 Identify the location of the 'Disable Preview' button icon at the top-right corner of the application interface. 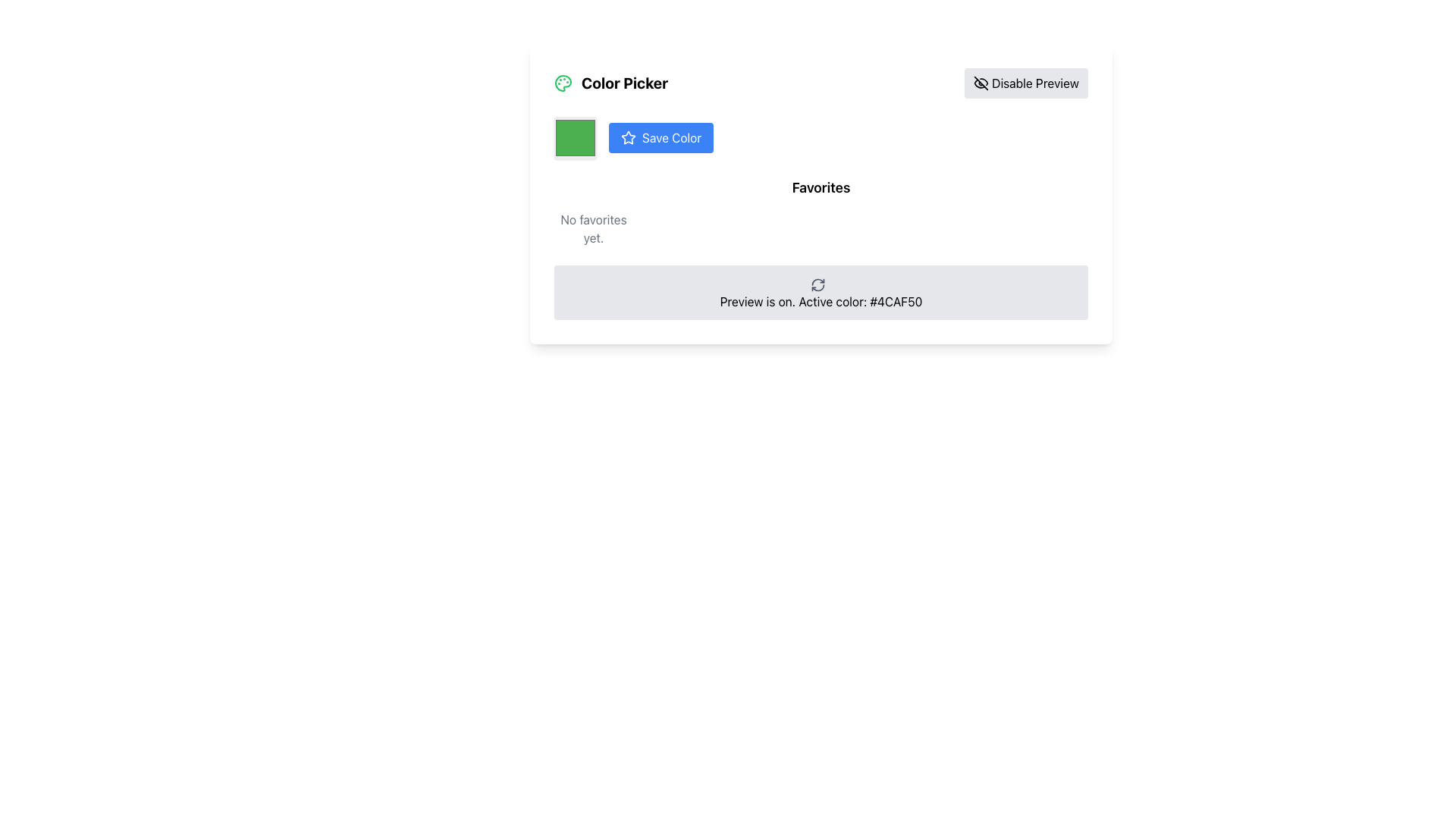
(981, 83).